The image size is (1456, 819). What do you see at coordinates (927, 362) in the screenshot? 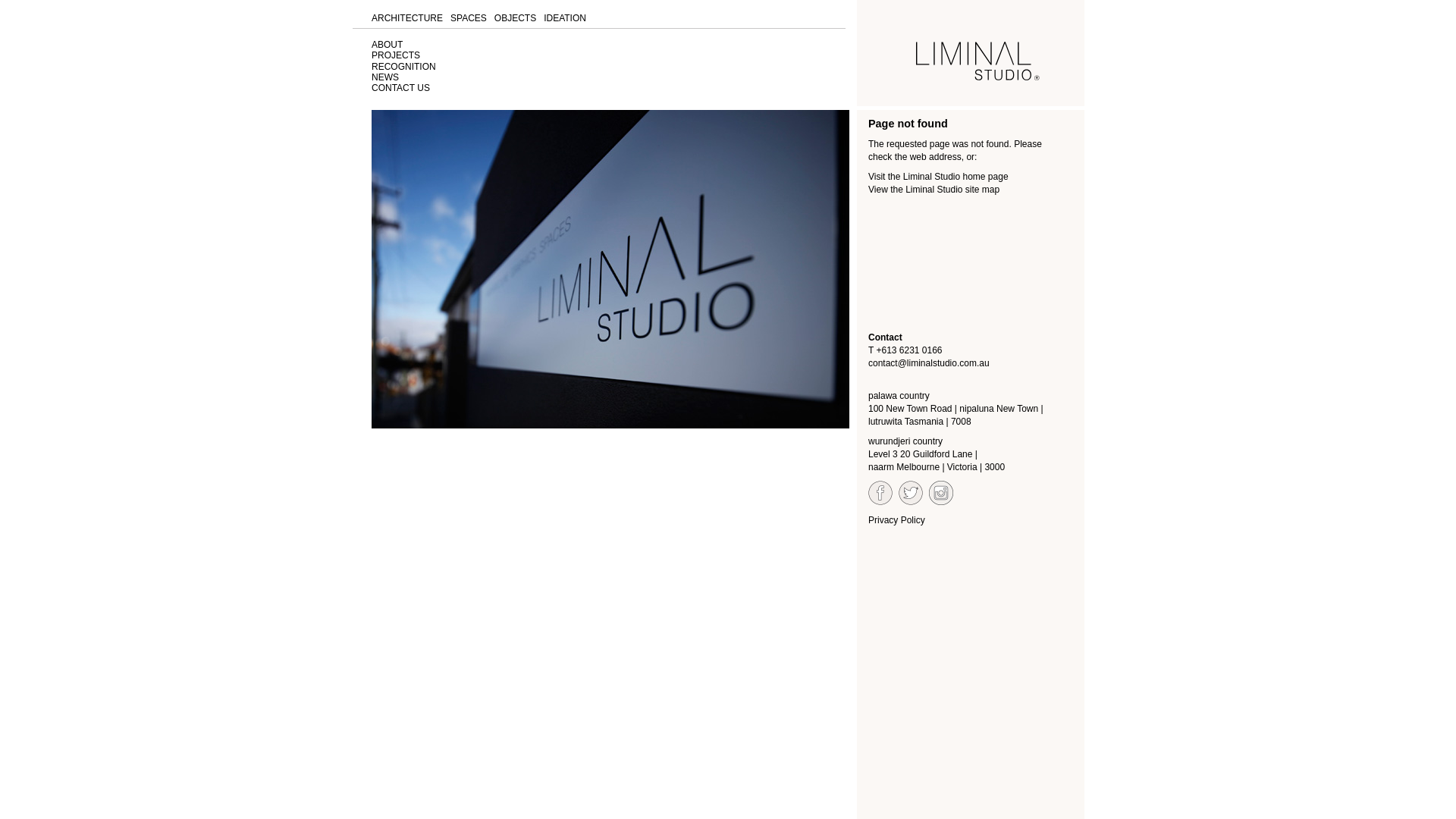
I see `'contact@liminalstudio.com.au'` at bounding box center [927, 362].